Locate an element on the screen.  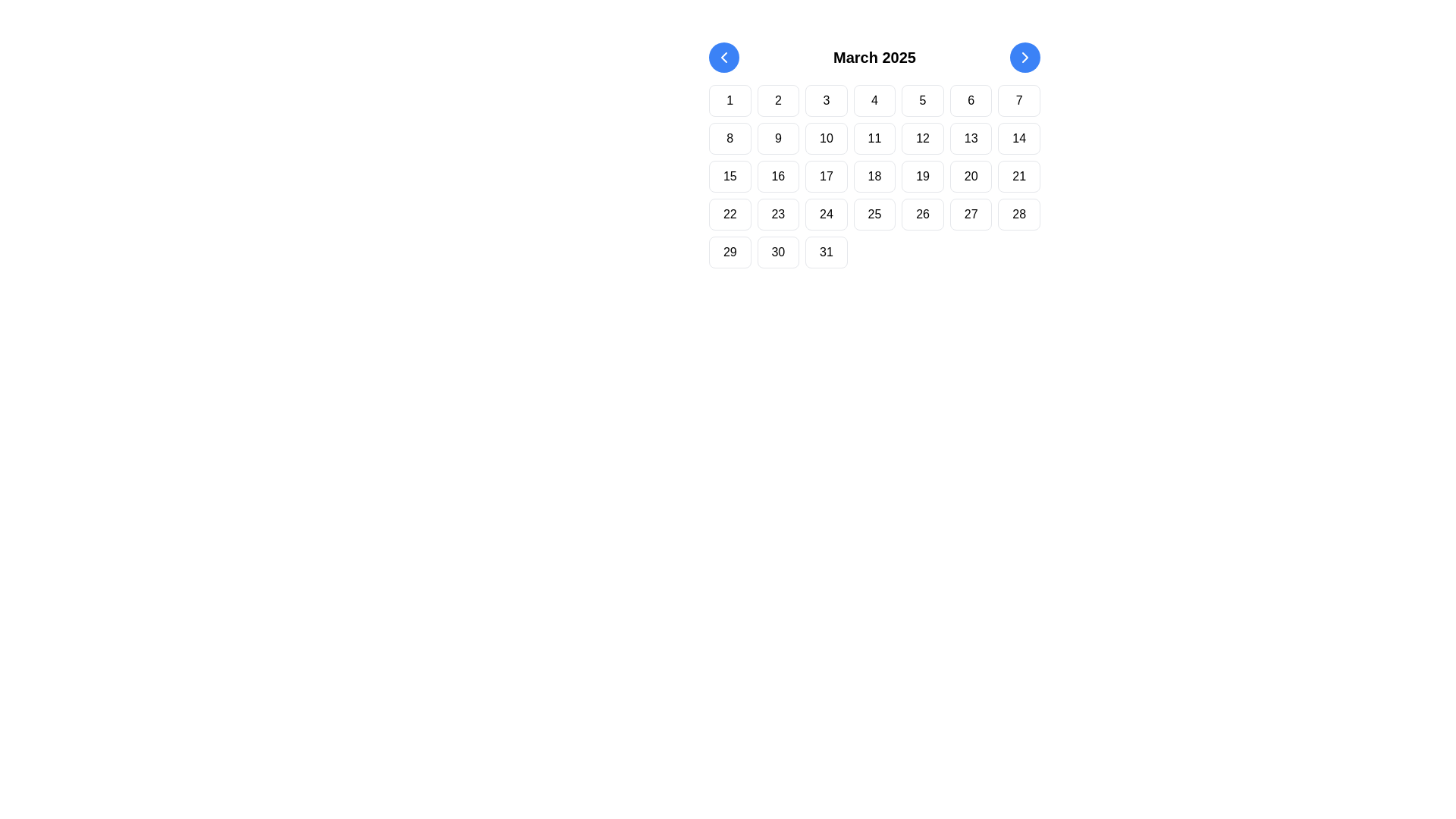
the button representing the date '23' in the calendar grid is located at coordinates (778, 214).